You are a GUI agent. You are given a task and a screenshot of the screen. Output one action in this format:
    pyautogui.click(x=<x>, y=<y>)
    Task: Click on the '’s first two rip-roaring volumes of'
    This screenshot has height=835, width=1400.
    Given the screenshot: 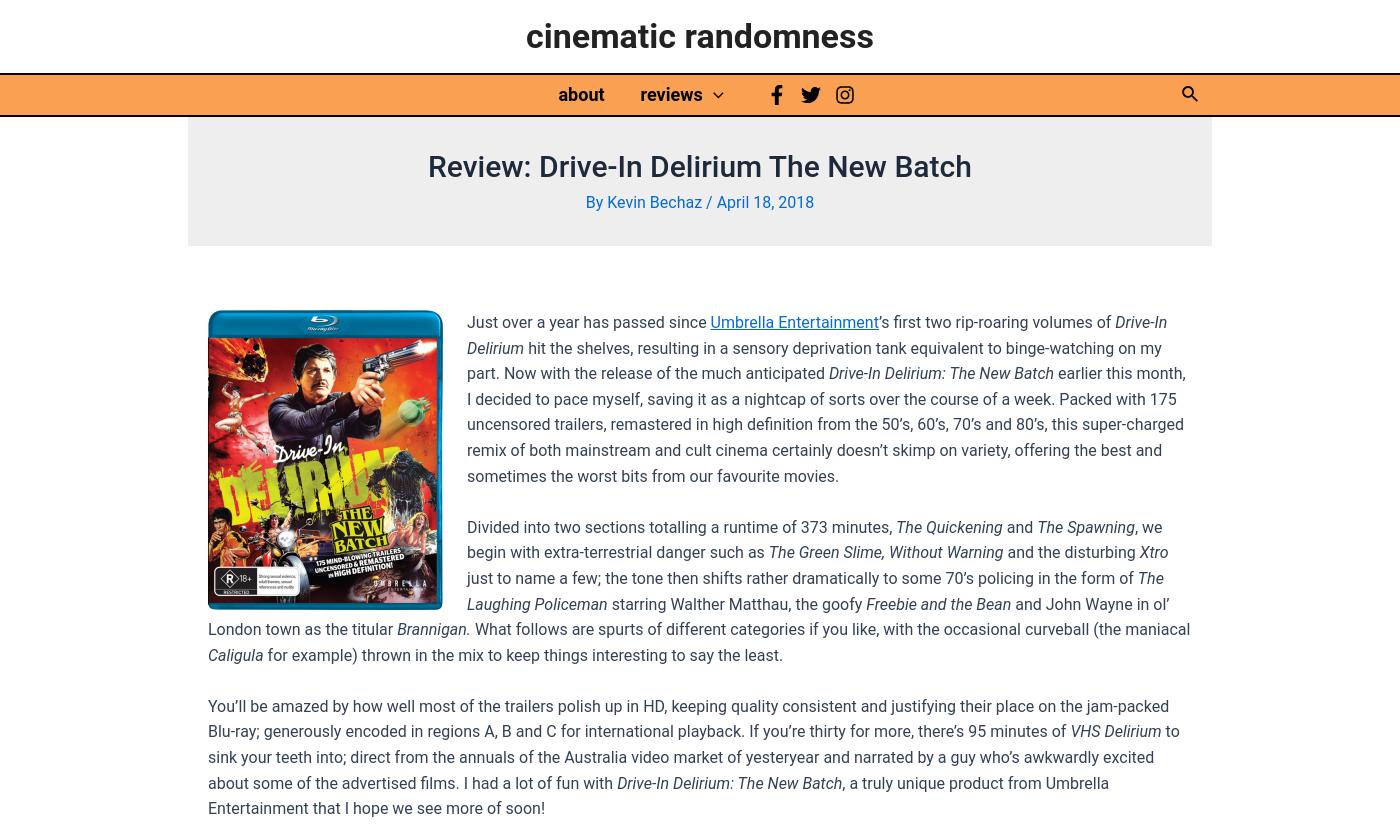 What is the action you would take?
    pyautogui.click(x=996, y=320)
    